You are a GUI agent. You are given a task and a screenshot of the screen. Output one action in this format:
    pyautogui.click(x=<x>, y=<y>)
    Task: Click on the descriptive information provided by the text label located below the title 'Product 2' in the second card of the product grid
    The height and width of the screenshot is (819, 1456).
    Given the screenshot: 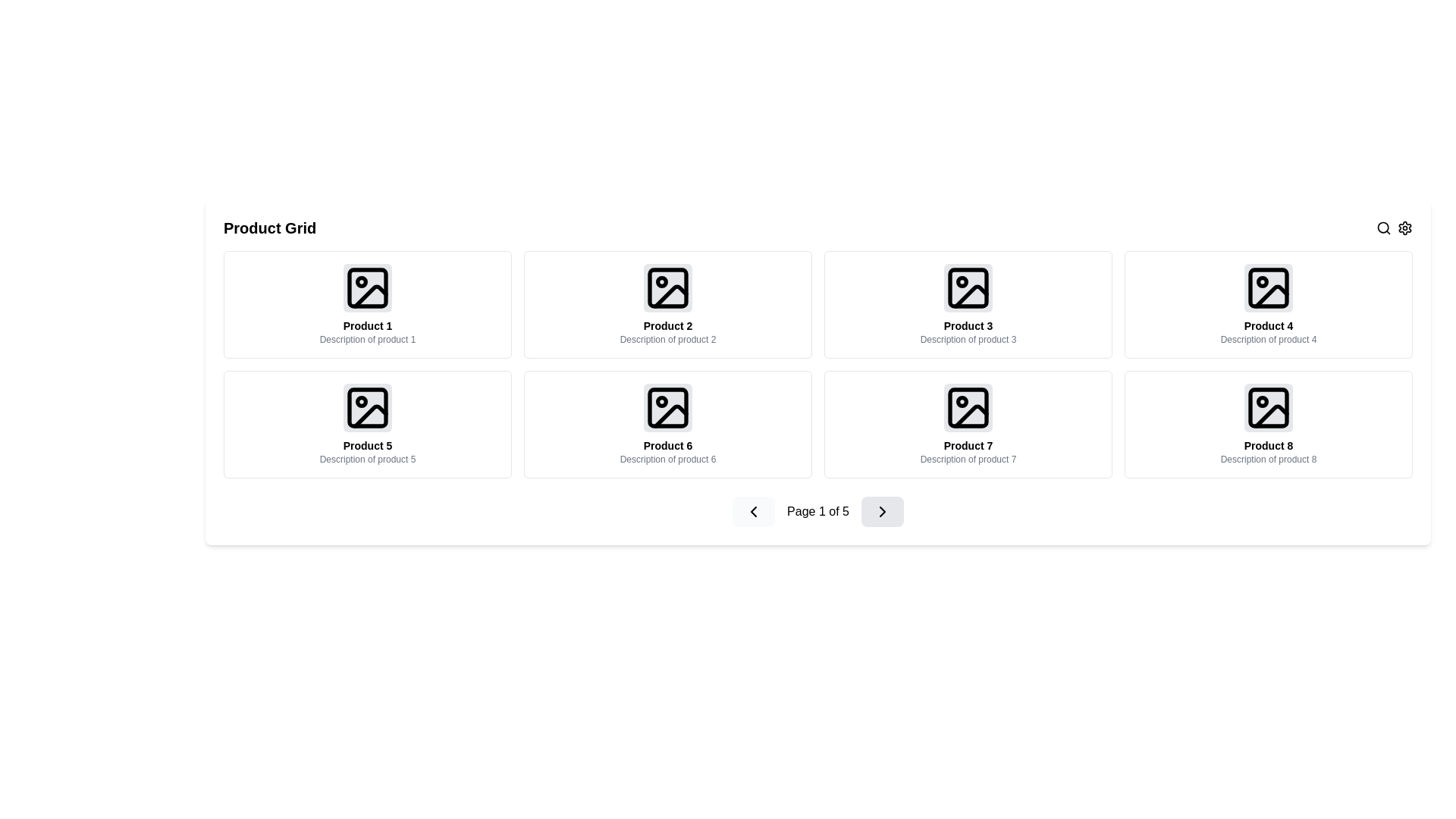 What is the action you would take?
    pyautogui.click(x=667, y=338)
    